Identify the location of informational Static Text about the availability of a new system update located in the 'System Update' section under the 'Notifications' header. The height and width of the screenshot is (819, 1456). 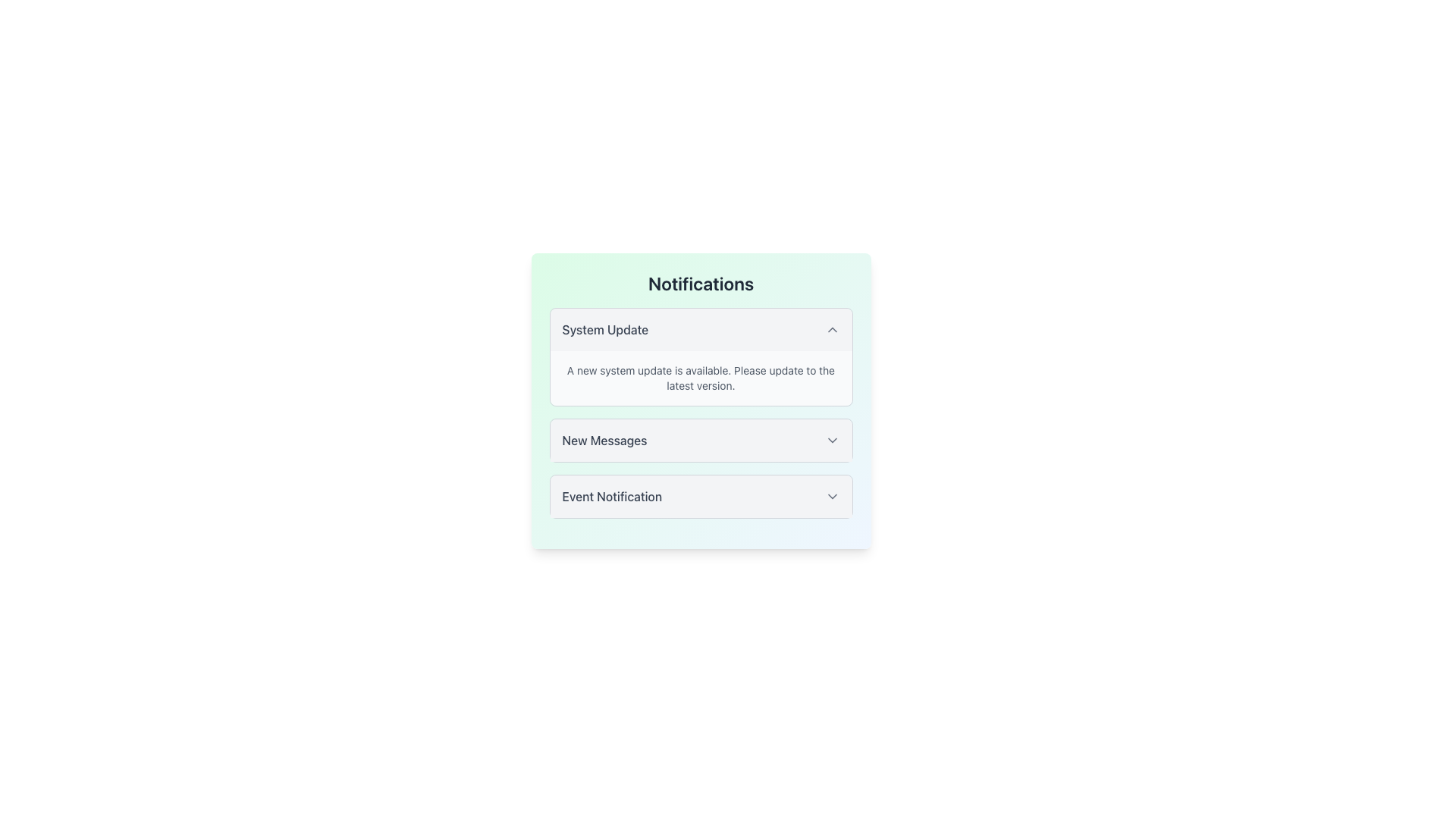
(700, 377).